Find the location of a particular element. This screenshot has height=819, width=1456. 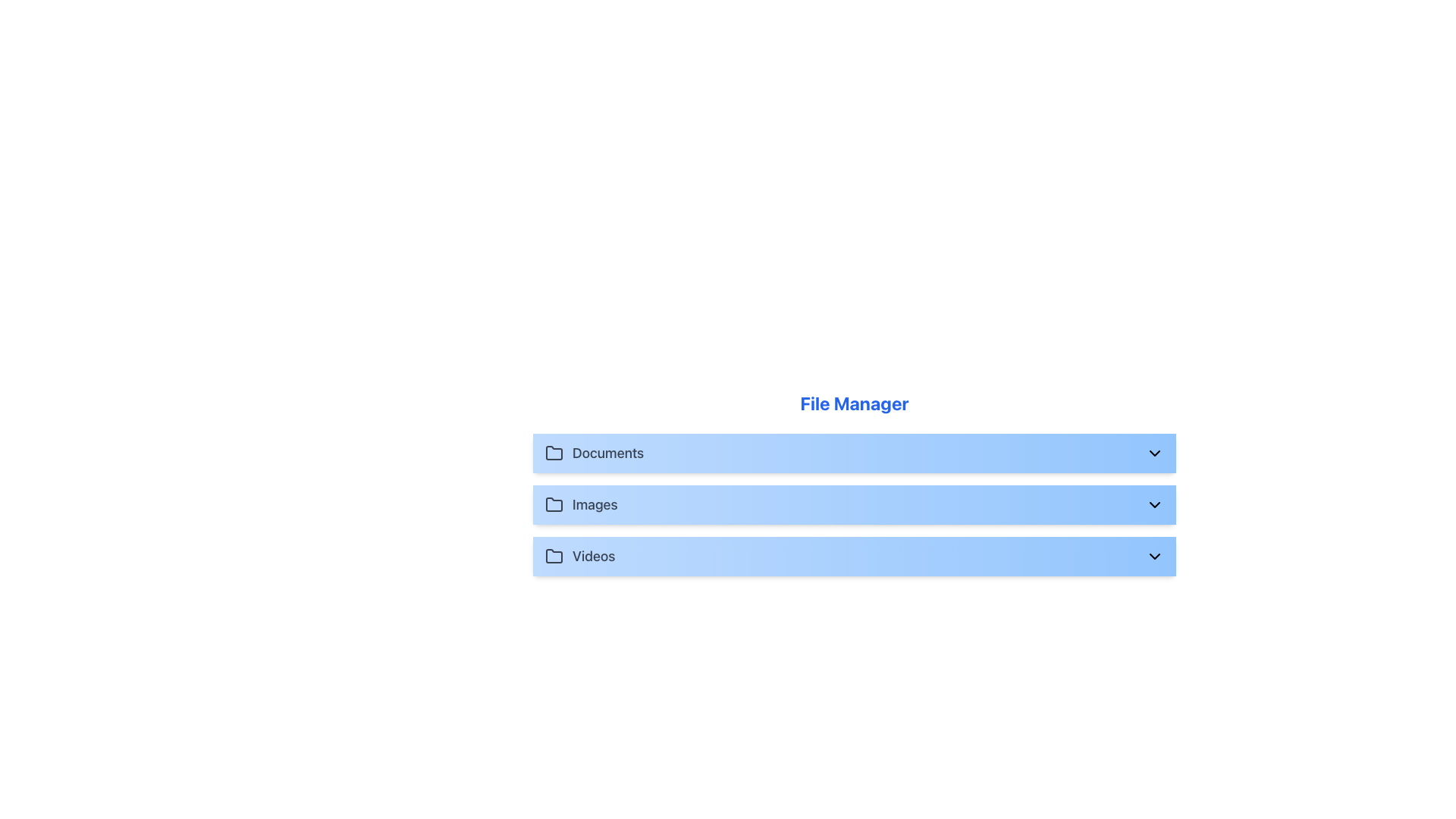

the SVG chevron icon indicating 'Images' is located at coordinates (1153, 505).